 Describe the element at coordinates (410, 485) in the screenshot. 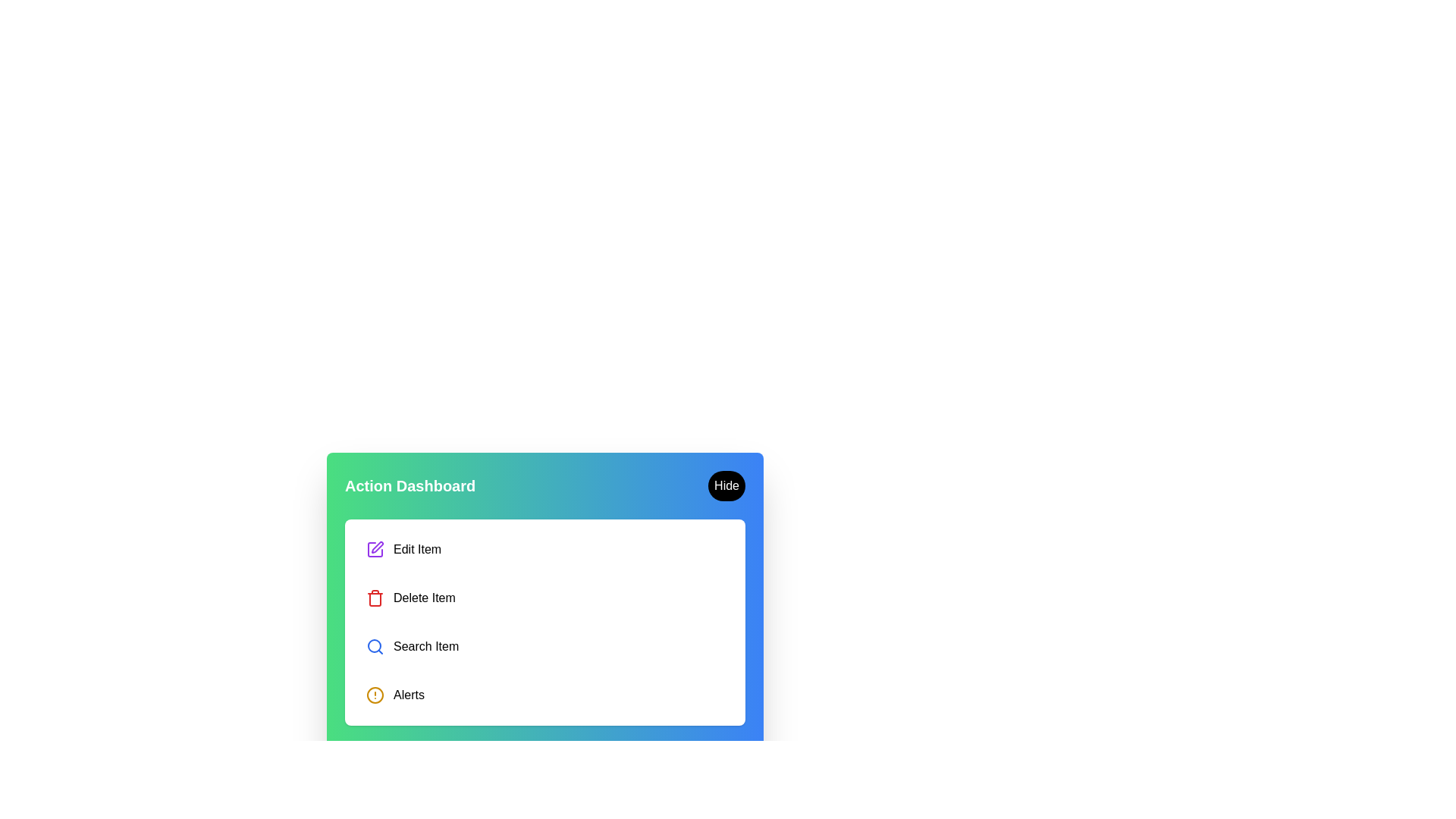

I see `the static text label at the top-left of the card that serves as a header for the interface section, positioned left of the 'Hide' button` at that location.